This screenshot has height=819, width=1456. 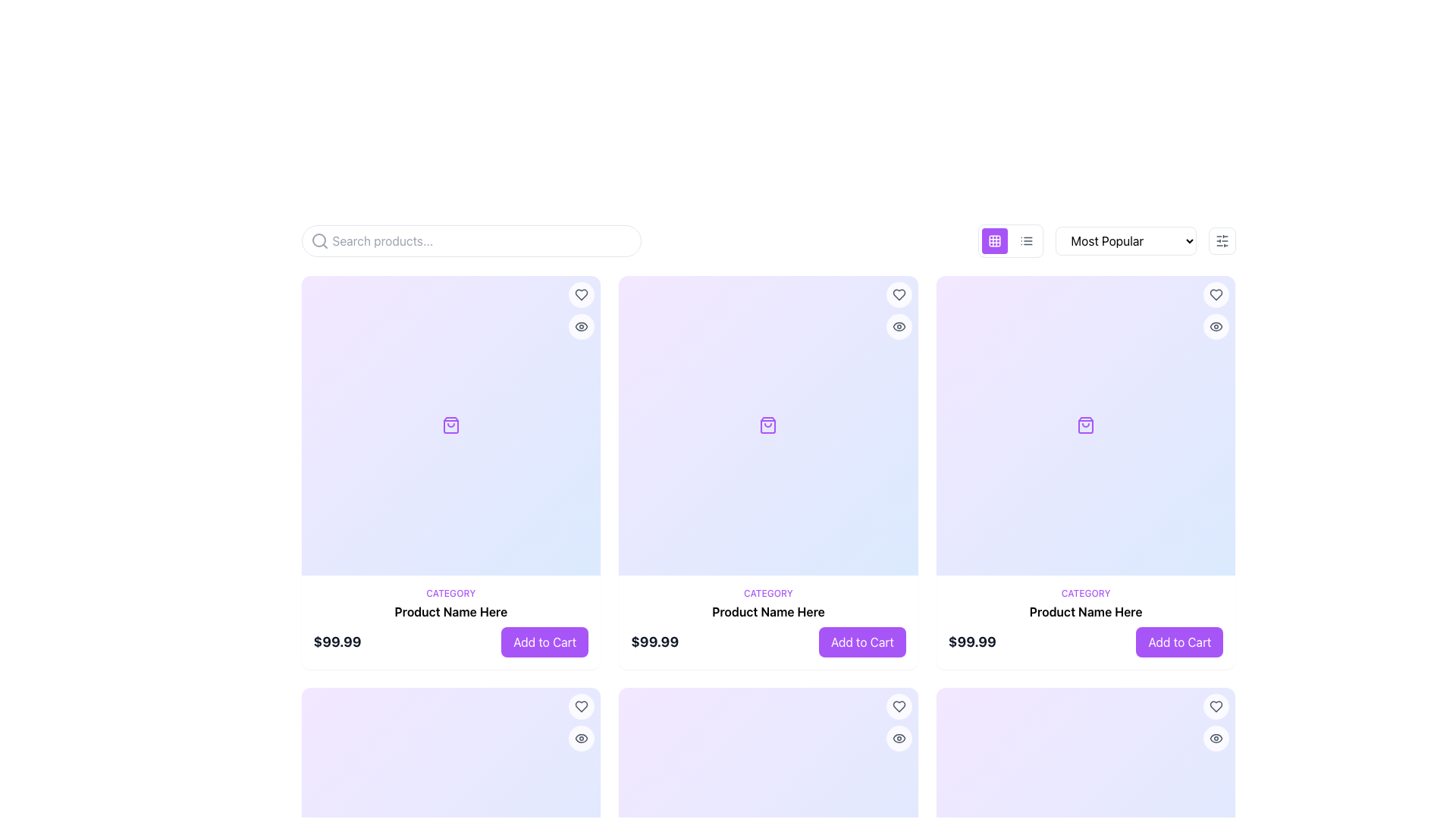 I want to click on the price text label located at the bottom left of the product card, which indicates the price of the displayed product, so click(x=337, y=642).